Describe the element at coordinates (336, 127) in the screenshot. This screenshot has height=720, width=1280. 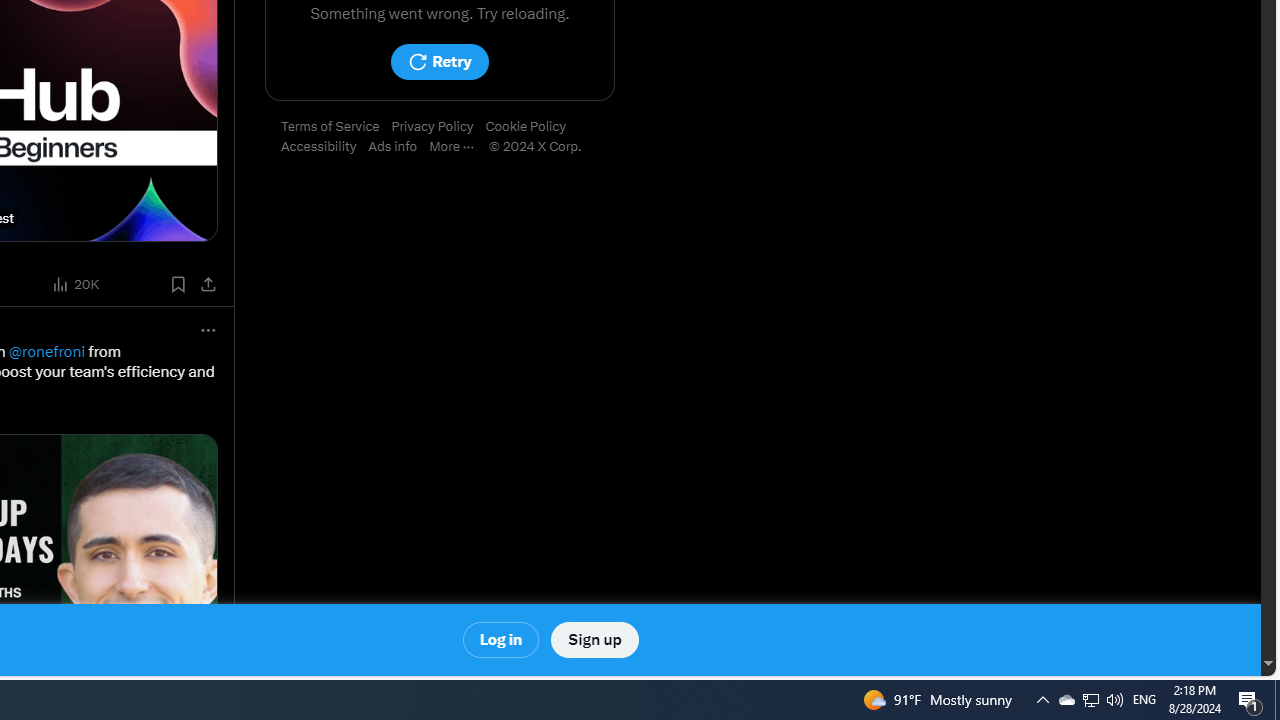
I see `'Terms of Service'` at that location.